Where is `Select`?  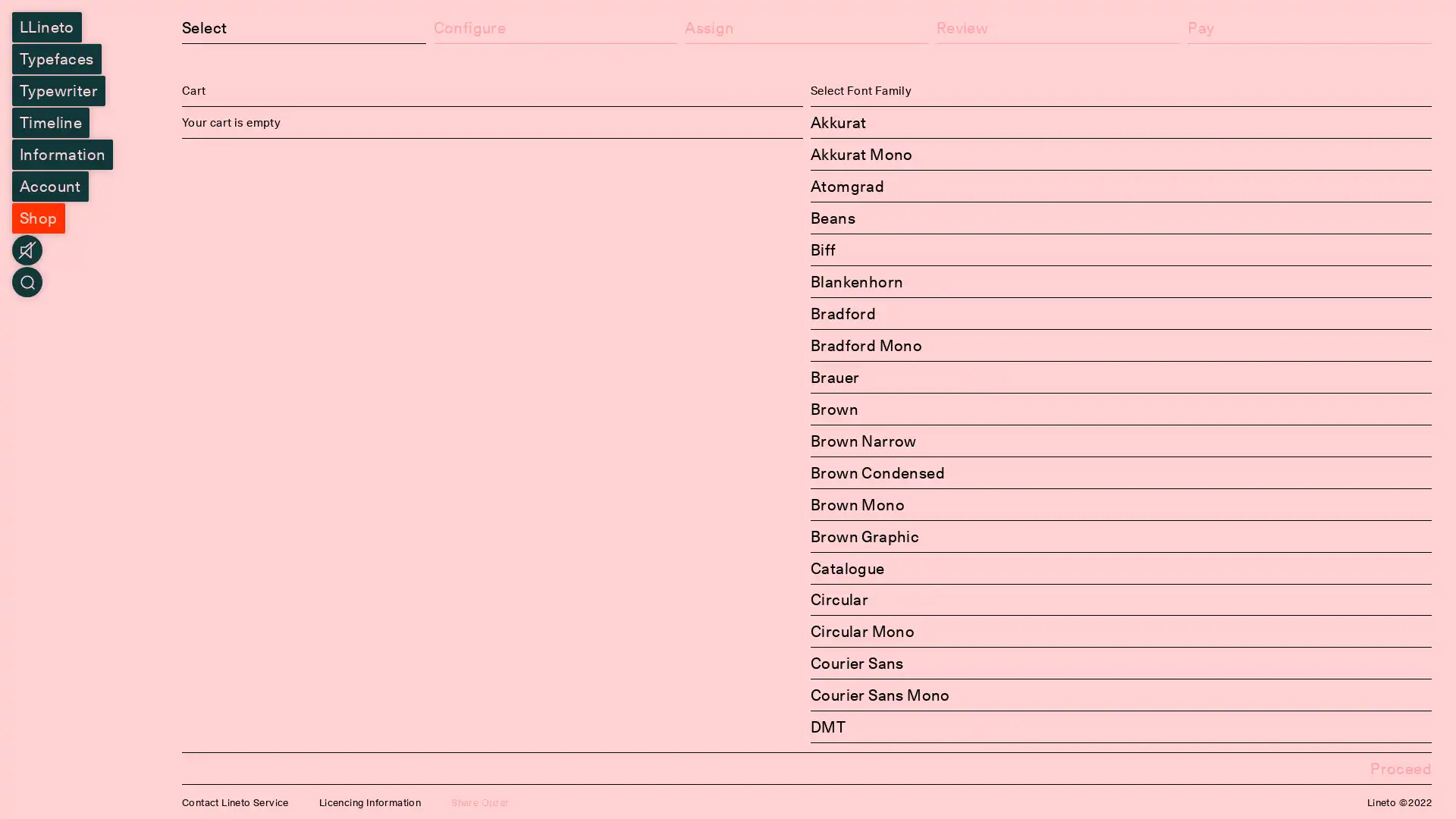
Select is located at coordinates (303, 28).